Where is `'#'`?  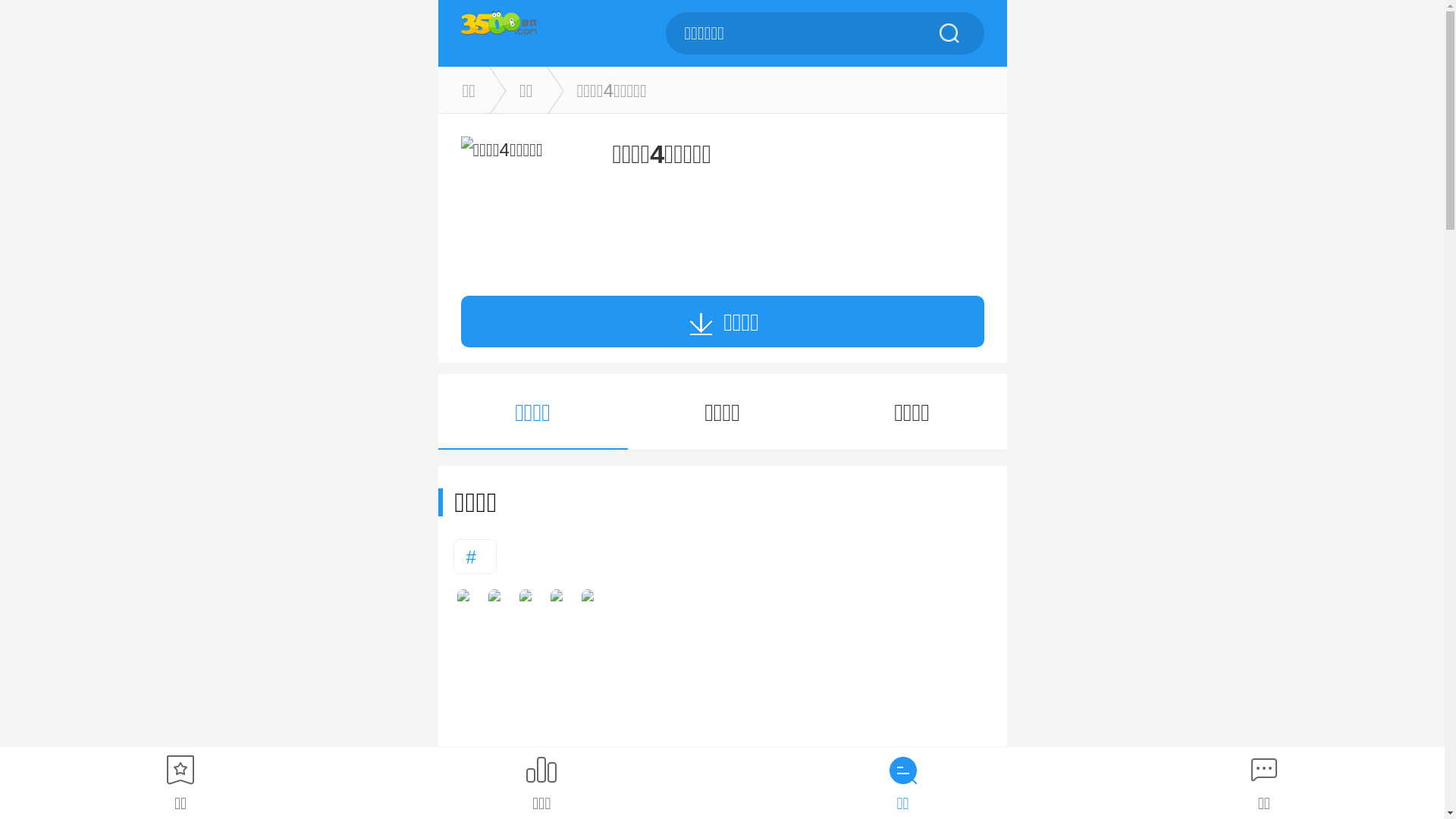
'#' is located at coordinates (474, 556).